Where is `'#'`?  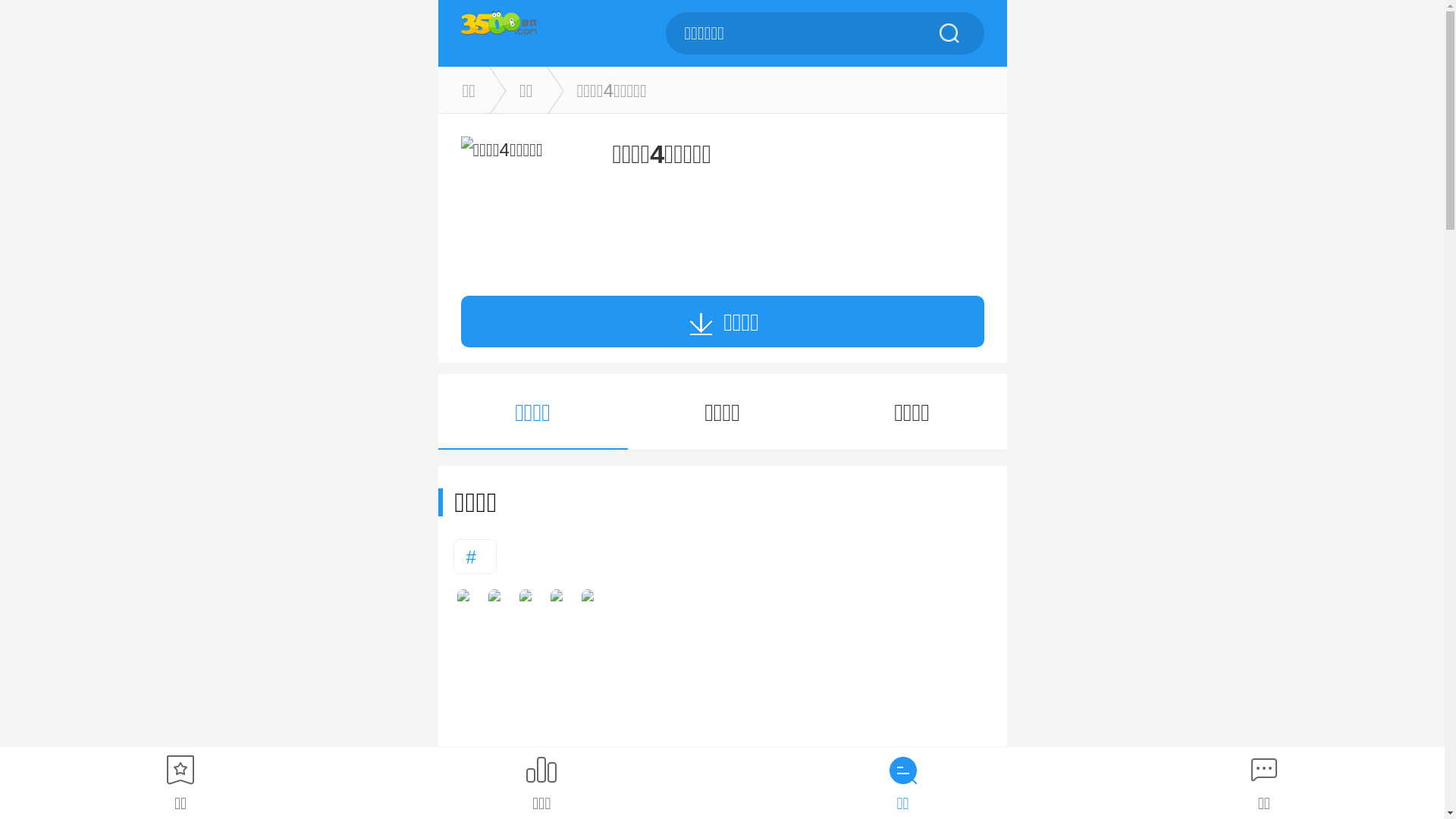
'#' is located at coordinates (474, 556).